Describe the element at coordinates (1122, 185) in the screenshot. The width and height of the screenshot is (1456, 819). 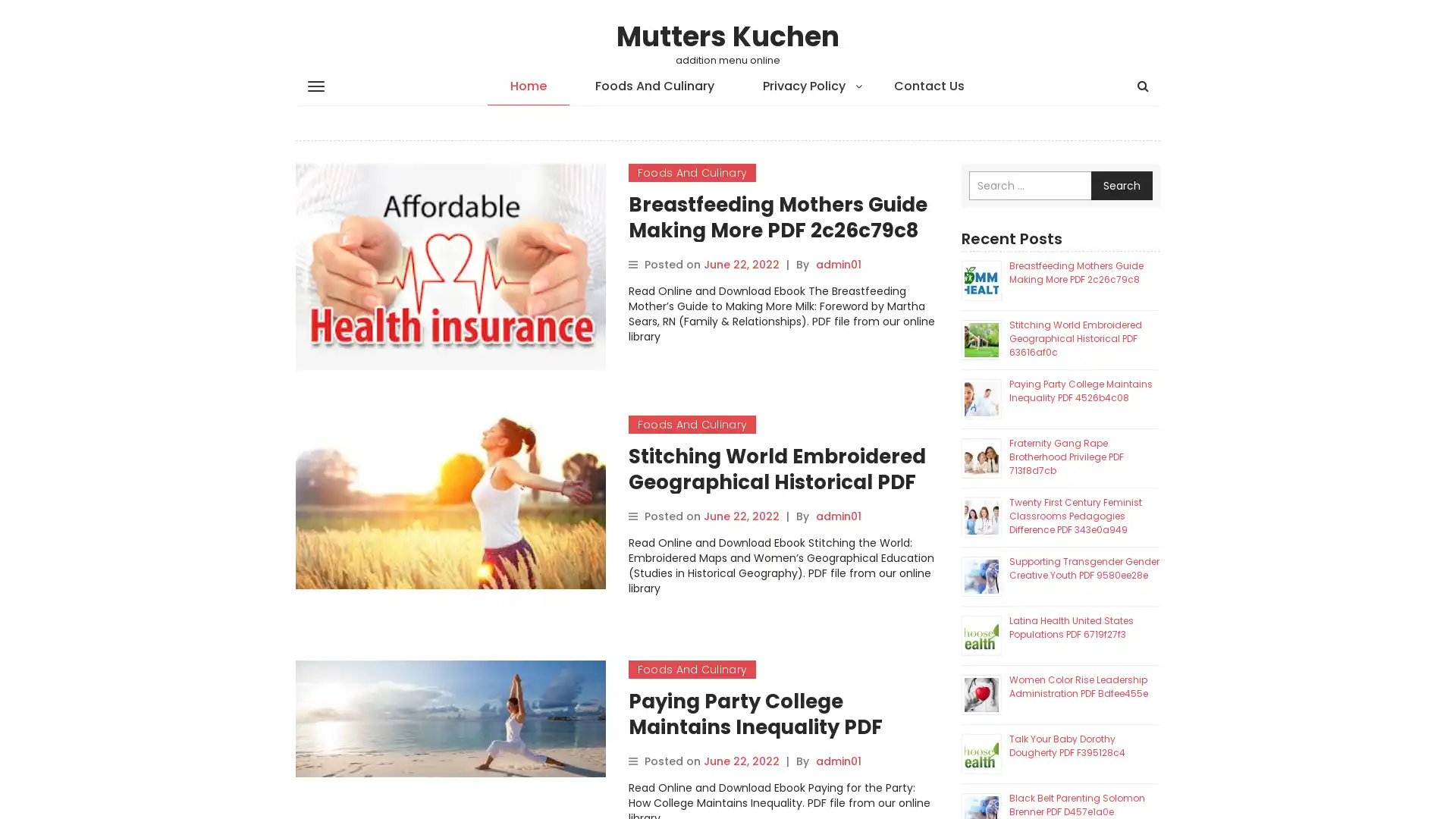
I see `Search` at that location.